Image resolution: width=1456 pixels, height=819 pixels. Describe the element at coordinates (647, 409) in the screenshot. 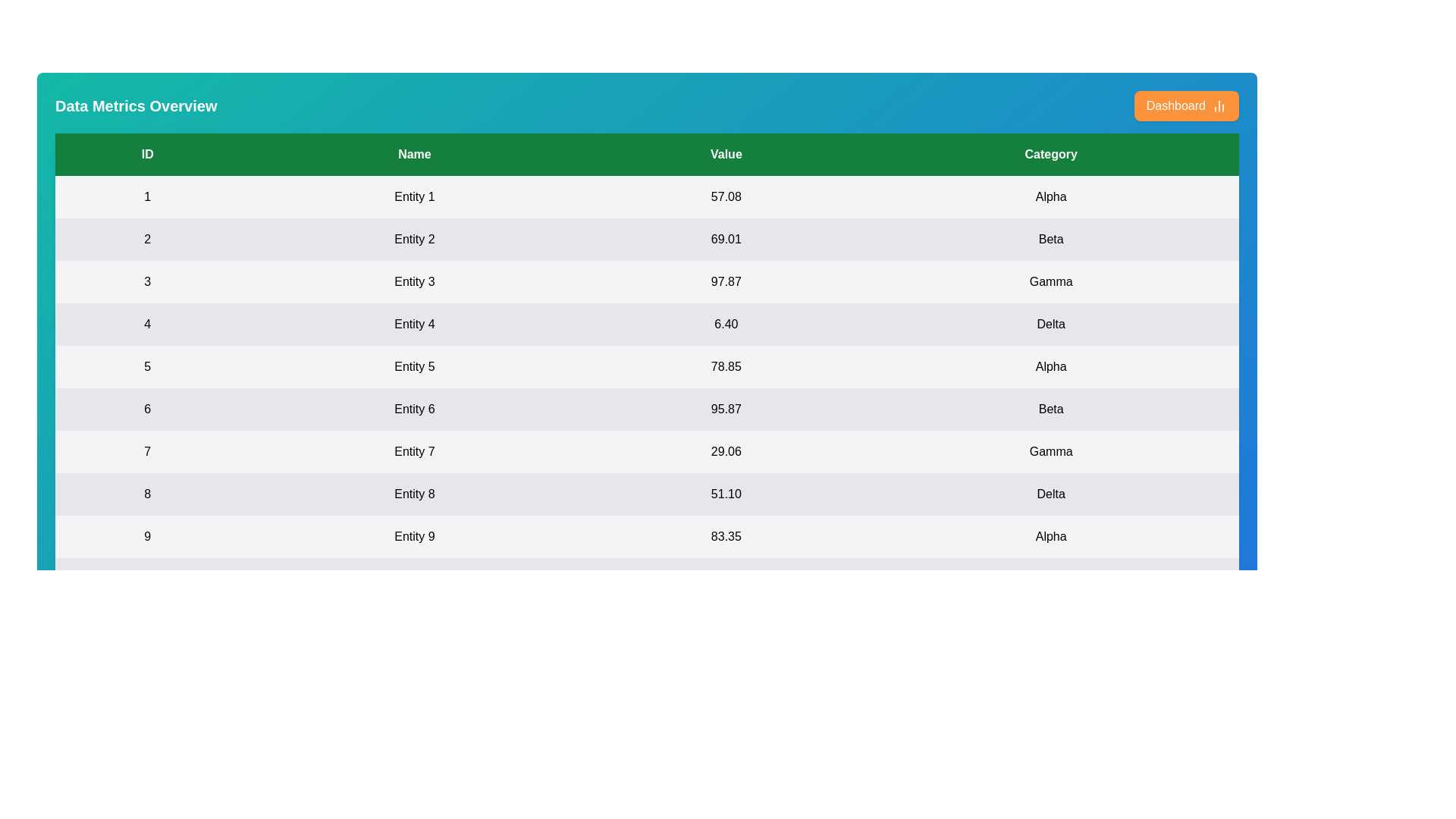

I see `the row corresponding to 6` at that location.